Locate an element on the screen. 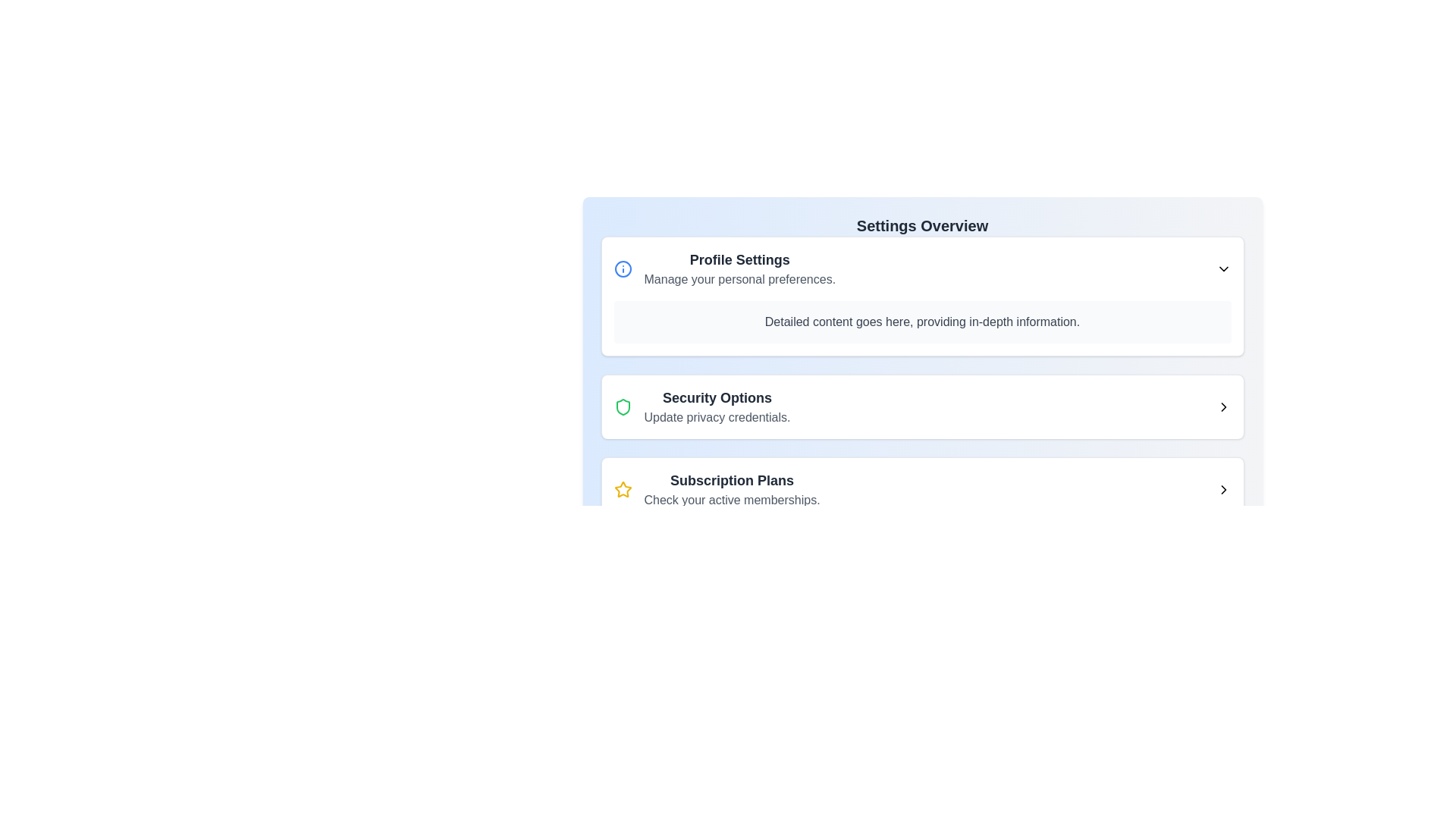  the 'Profile Settings' header in the Settings Overview module, which serves as the title for the profile settings section is located at coordinates (739, 259).